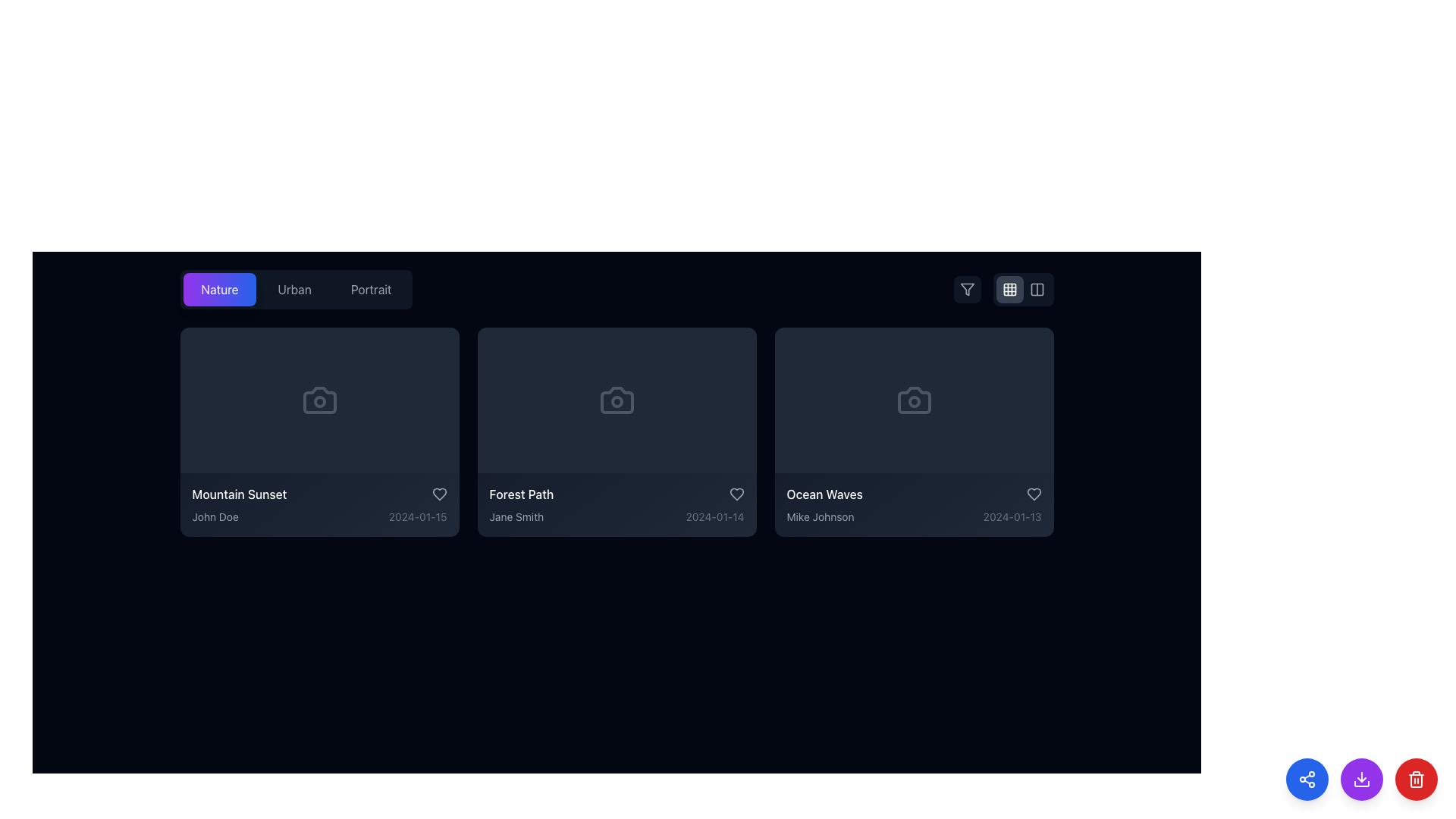 The width and height of the screenshot is (1456, 819). What do you see at coordinates (318, 432) in the screenshot?
I see `the Content card located in the upper-left corner of the grid layout` at bounding box center [318, 432].